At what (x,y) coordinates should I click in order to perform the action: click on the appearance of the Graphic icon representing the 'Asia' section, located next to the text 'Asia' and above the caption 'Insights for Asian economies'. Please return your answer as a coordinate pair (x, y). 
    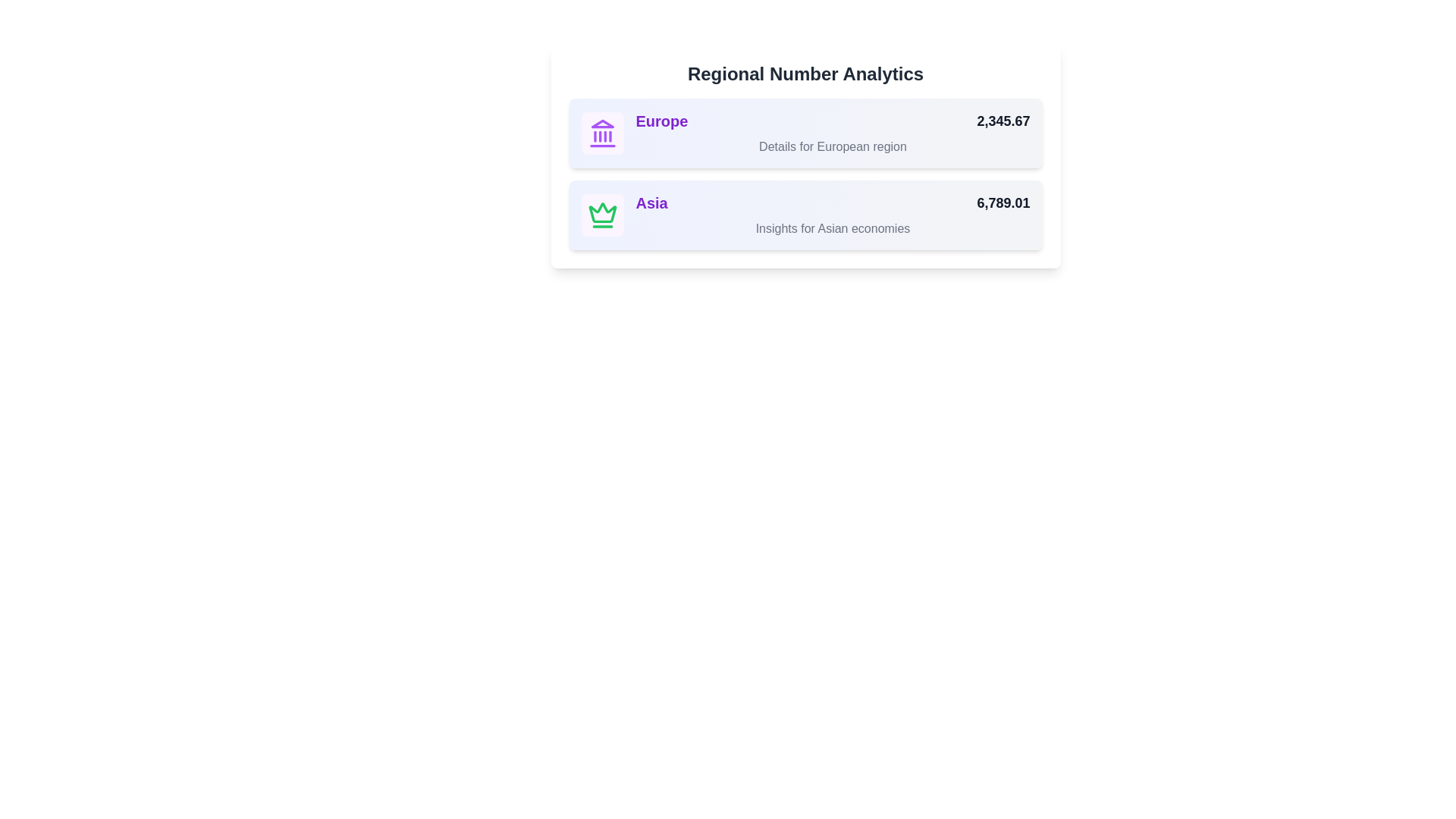
    Looking at the image, I should click on (601, 215).